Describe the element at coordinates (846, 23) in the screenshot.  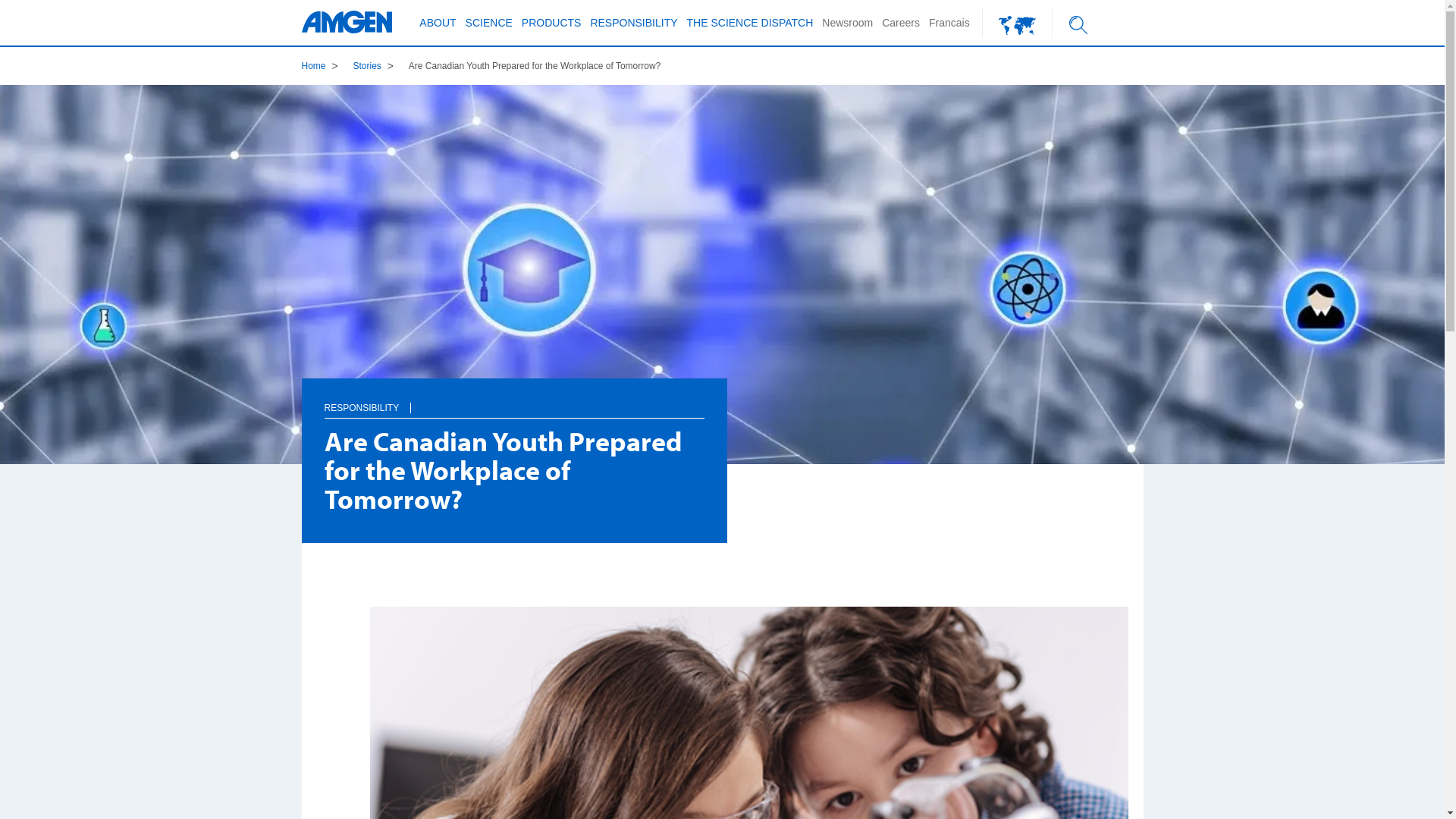
I see `'Newsroom'` at that location.